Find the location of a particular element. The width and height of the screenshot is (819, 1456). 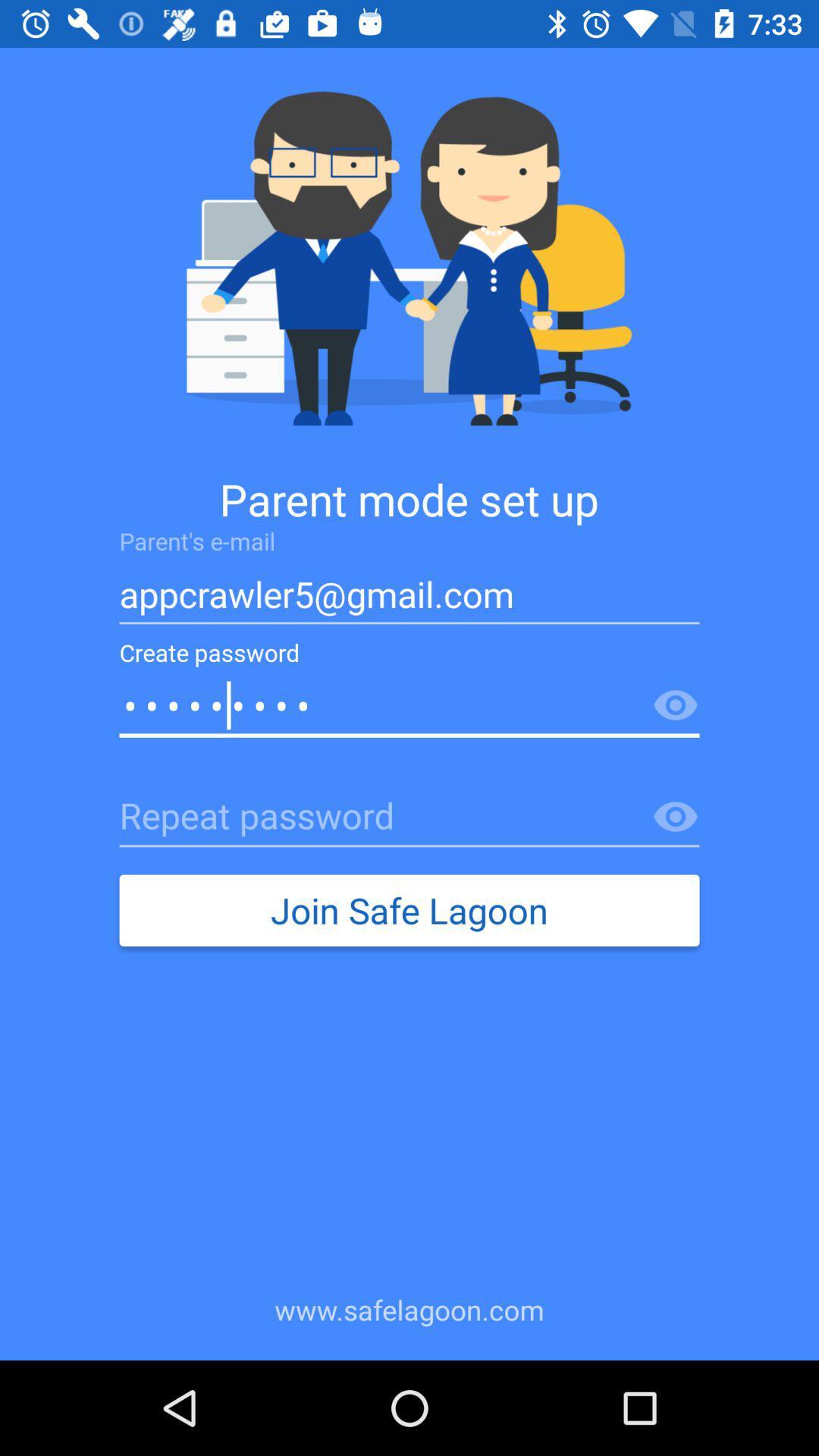

the visibility icon is located at coordinates (675, 705).